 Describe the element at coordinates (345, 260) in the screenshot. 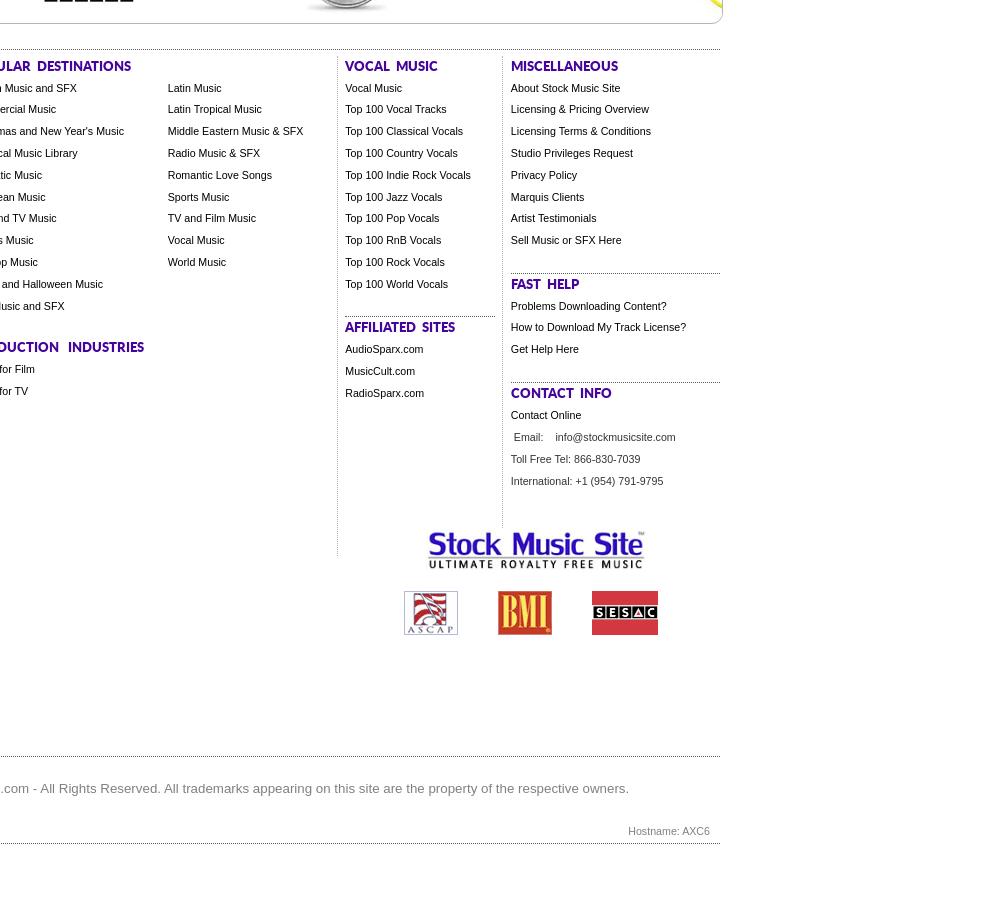

I see `'Top 100 Rock Vocals'` at that location.